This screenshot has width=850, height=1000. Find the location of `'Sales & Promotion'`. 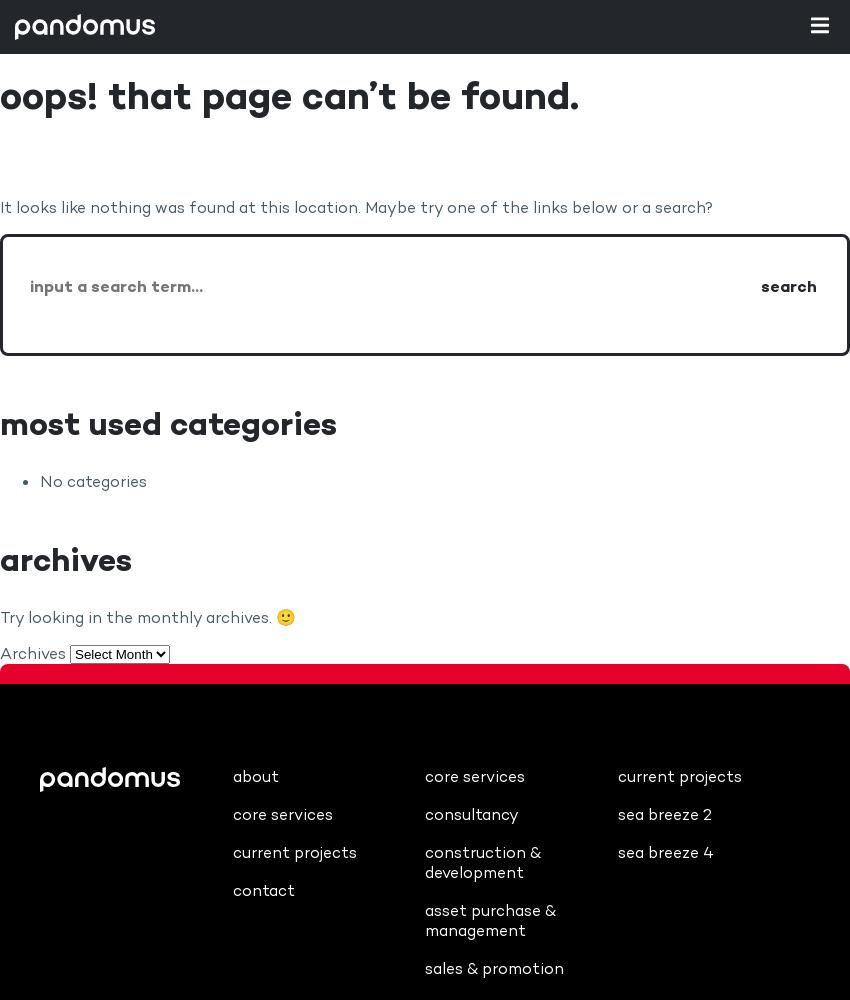

'Sales & Promotion' is located at coordinates (494, 967).